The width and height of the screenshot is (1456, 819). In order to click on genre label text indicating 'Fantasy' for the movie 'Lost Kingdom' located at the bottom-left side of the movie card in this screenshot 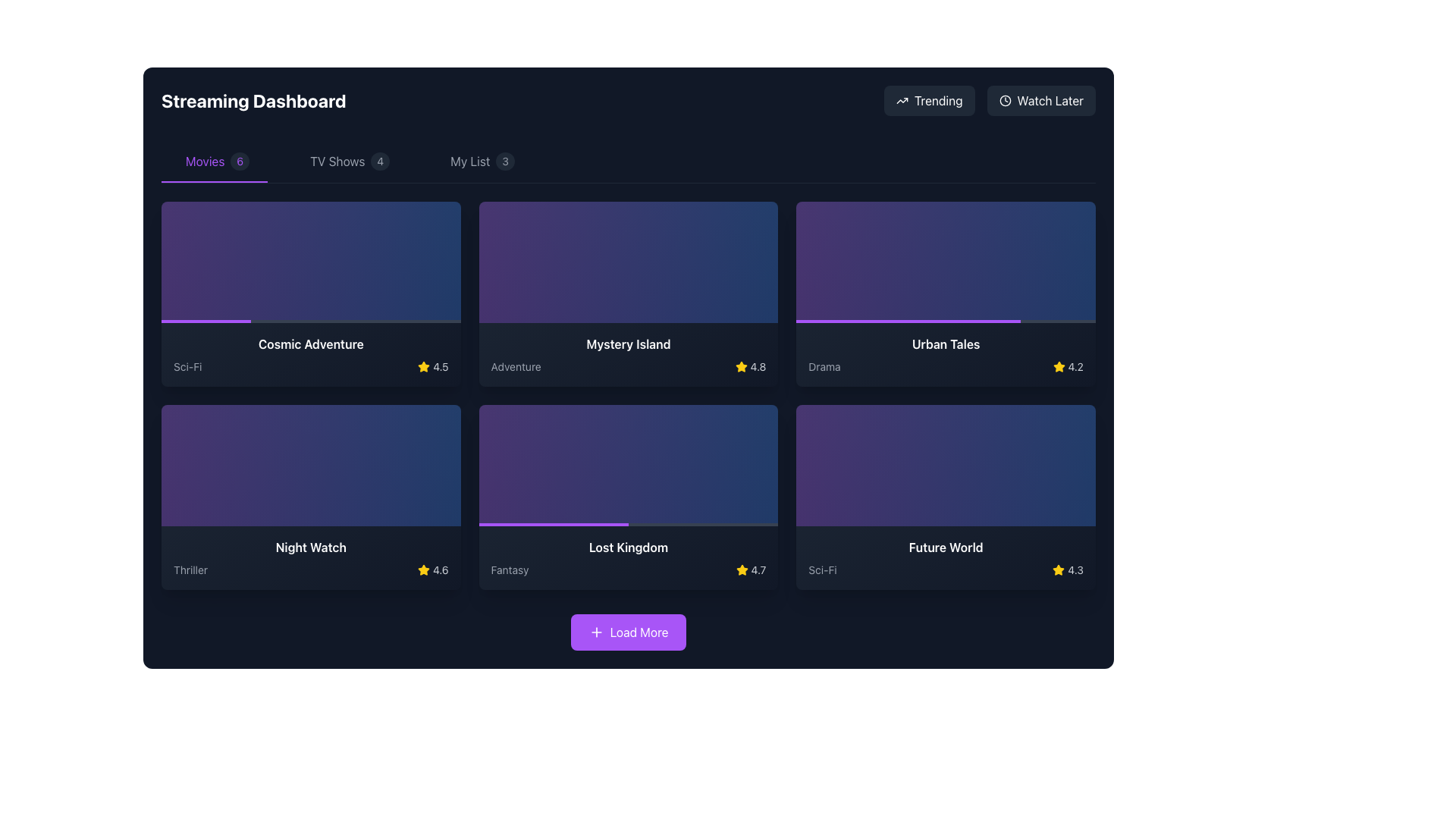, I will do `click(510, 570)`.